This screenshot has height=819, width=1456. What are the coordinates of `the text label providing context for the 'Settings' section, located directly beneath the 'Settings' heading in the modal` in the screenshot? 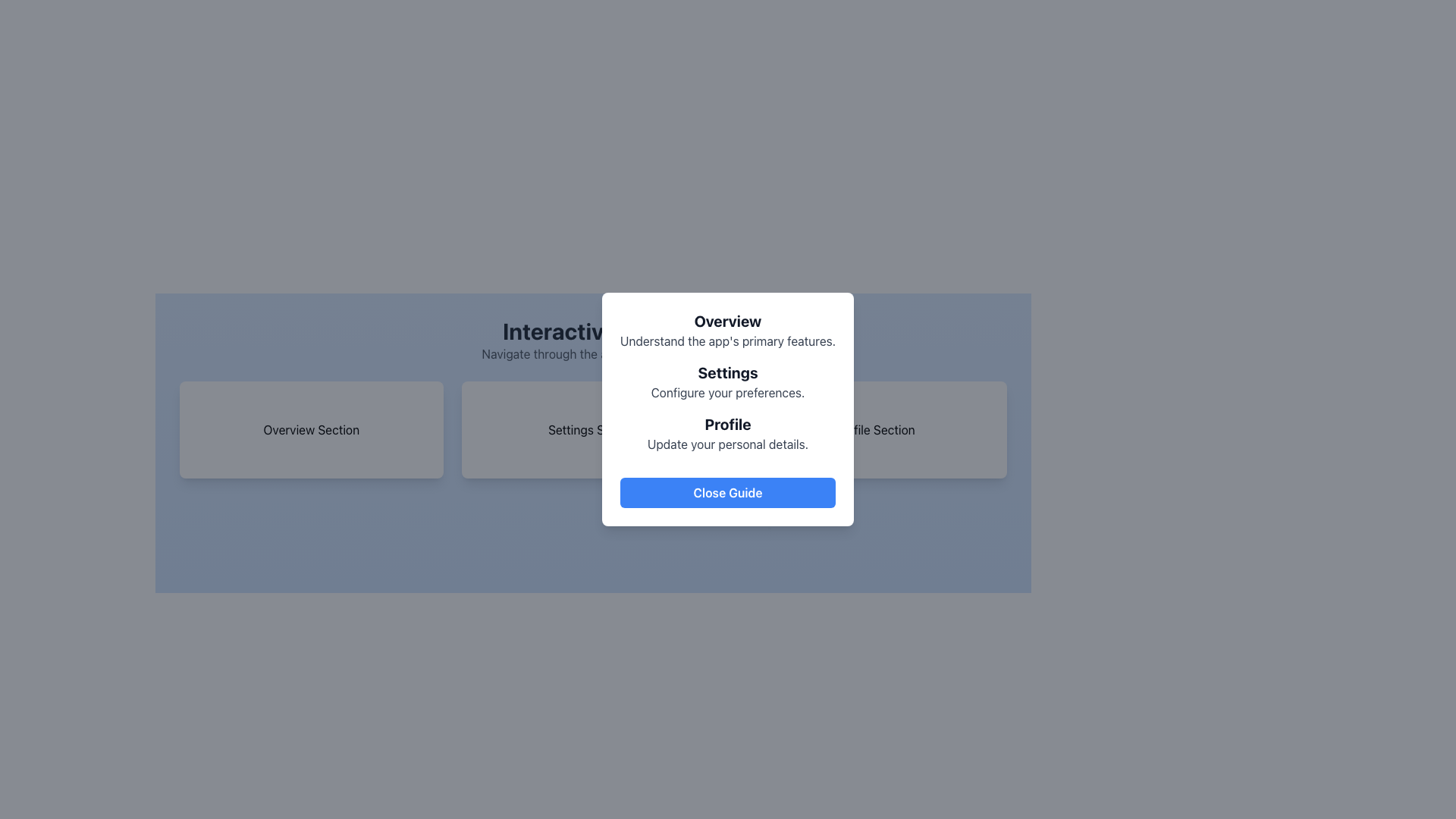 It's located at (728, 391).